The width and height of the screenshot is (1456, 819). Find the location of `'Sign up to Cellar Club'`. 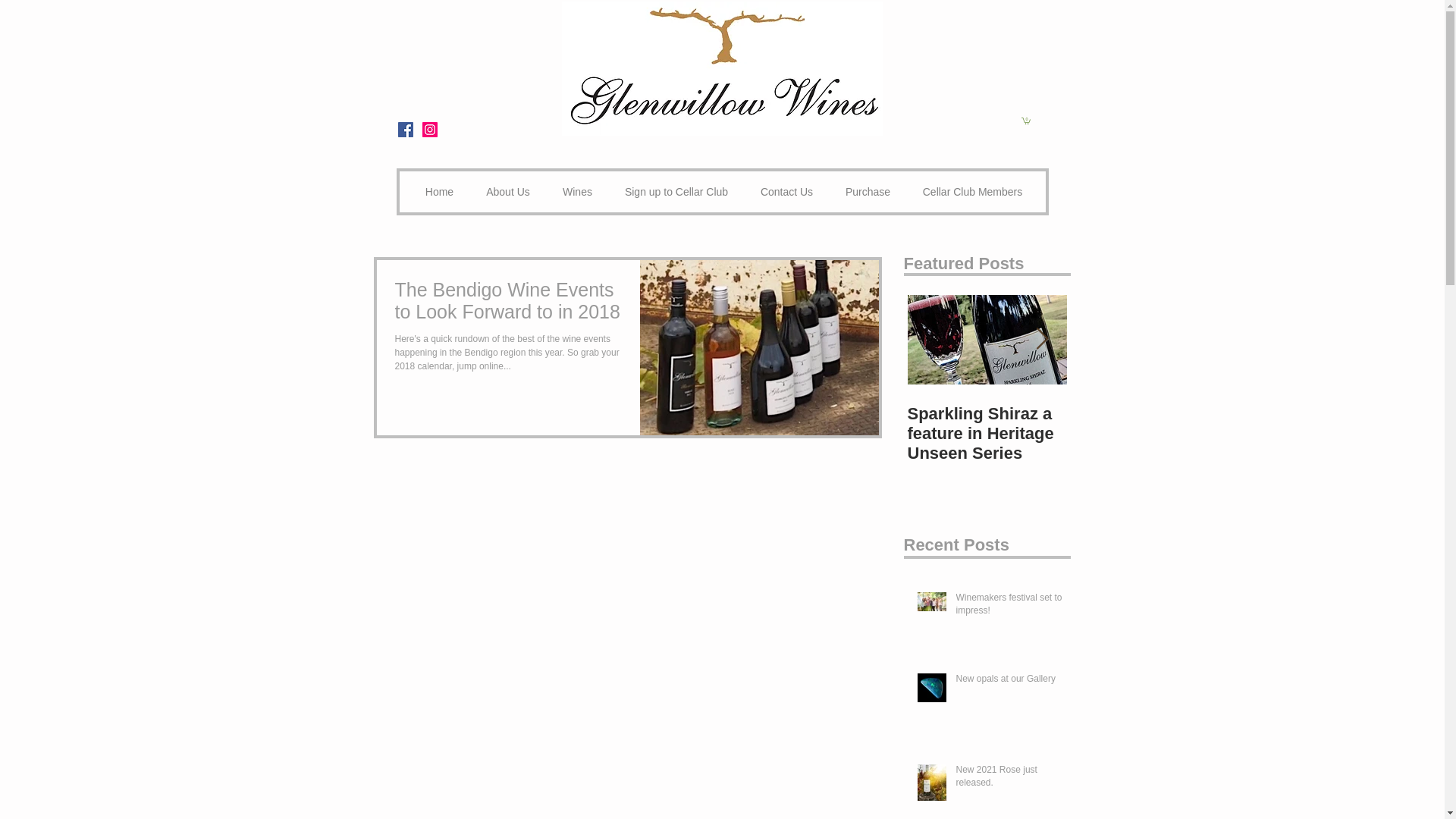

'Sign up to Cellar Club' is located at coordinates (675, 191).